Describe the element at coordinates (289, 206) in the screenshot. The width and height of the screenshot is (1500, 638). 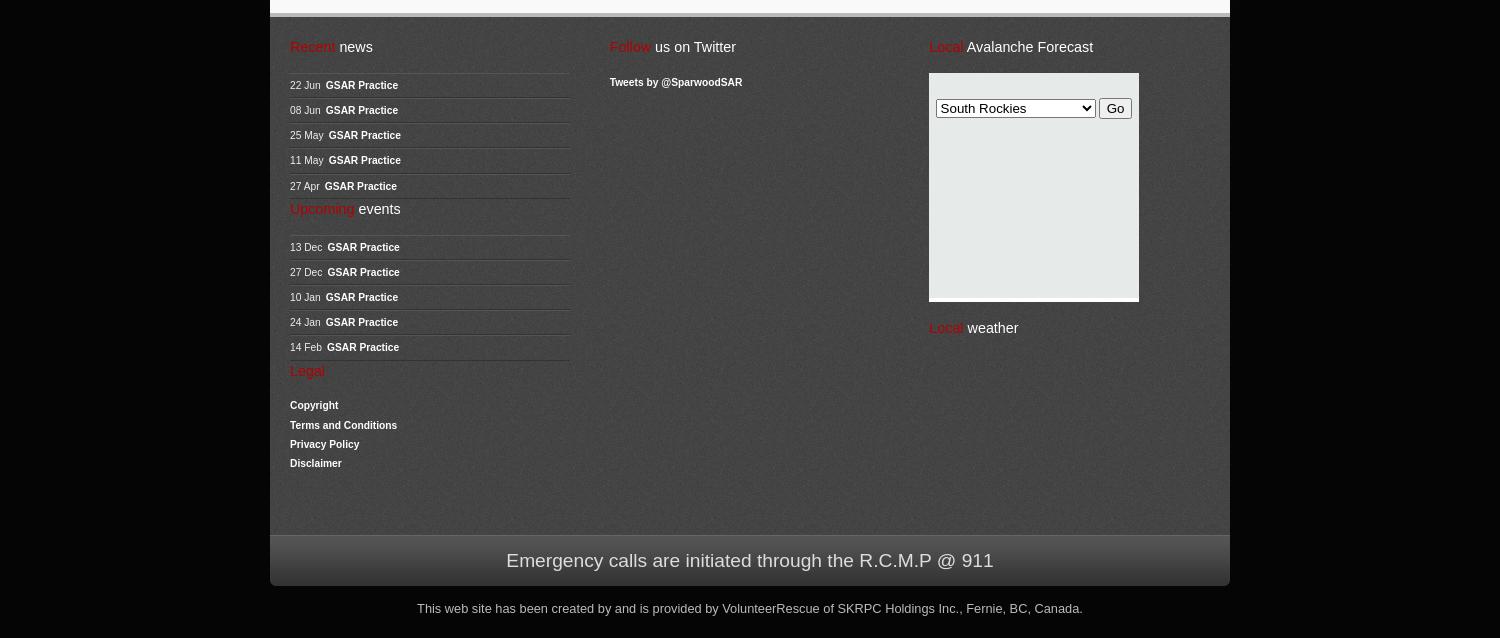
I see `'Upcoming'` at that location.